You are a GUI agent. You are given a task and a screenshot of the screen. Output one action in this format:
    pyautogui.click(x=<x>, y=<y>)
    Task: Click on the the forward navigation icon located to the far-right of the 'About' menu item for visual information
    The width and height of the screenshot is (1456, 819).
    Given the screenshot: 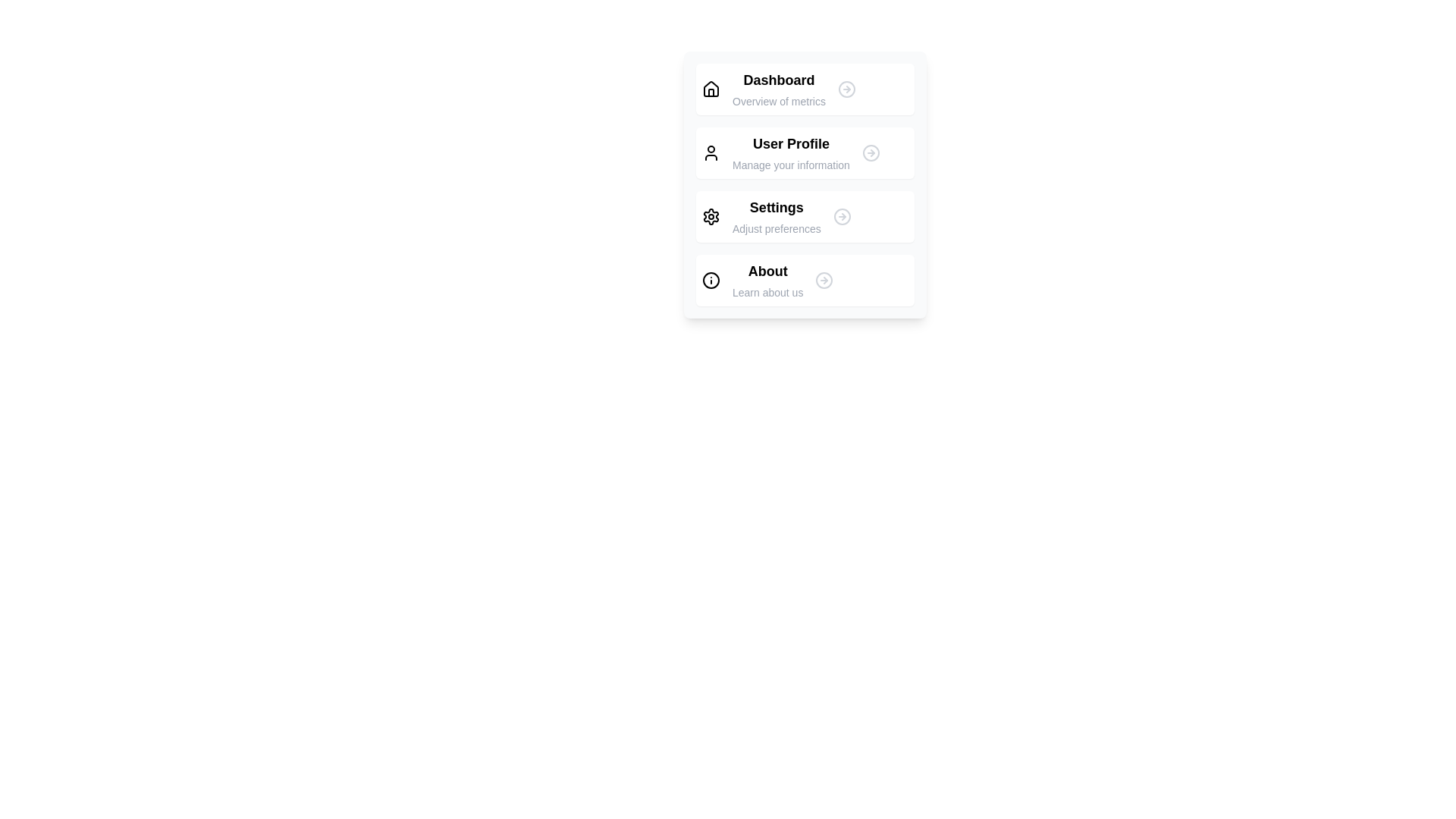 What is the action you would take?
    pyautogui.click(x=824, y=281)
    